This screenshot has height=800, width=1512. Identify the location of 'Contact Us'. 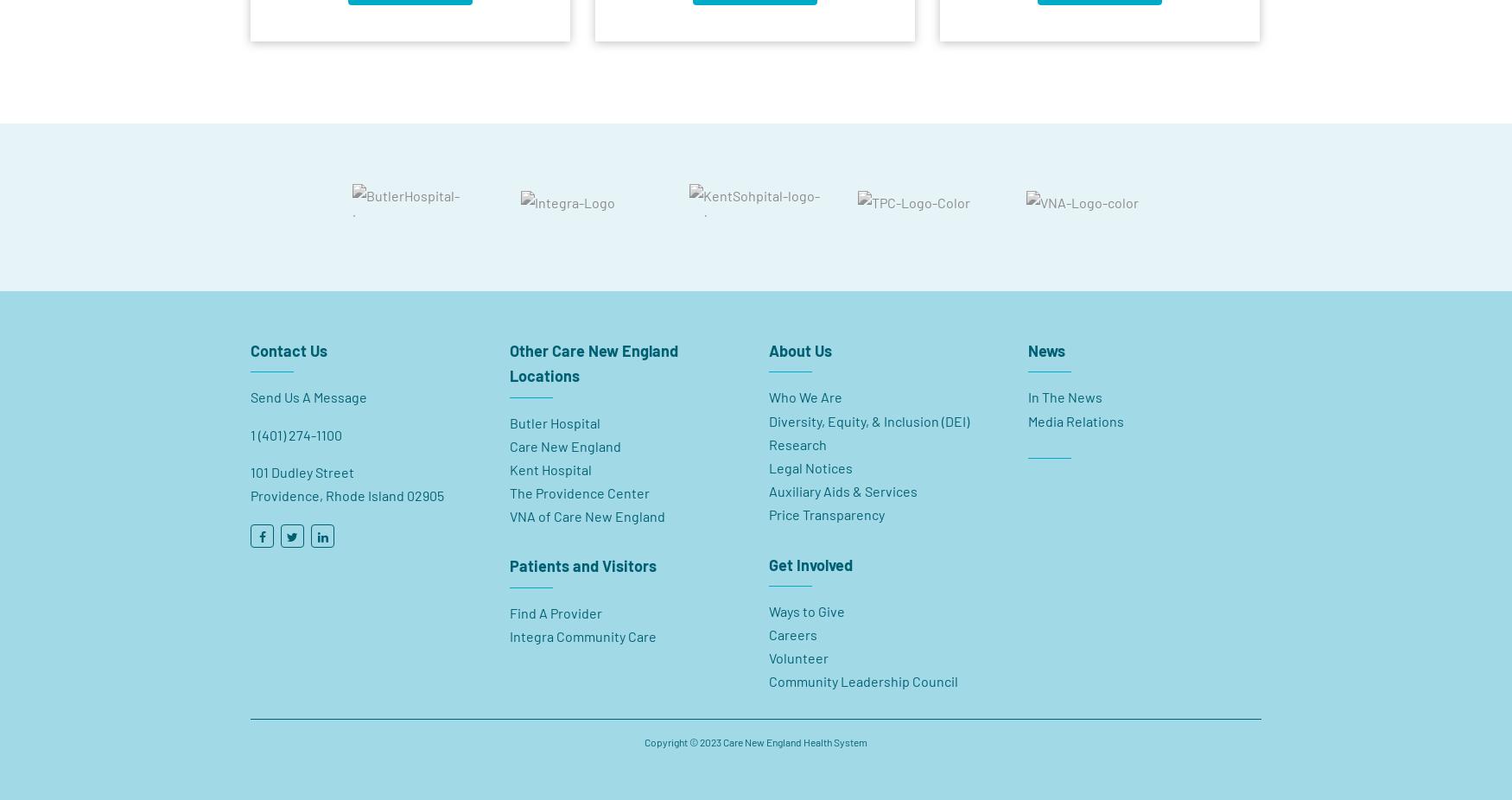
(289, 342).